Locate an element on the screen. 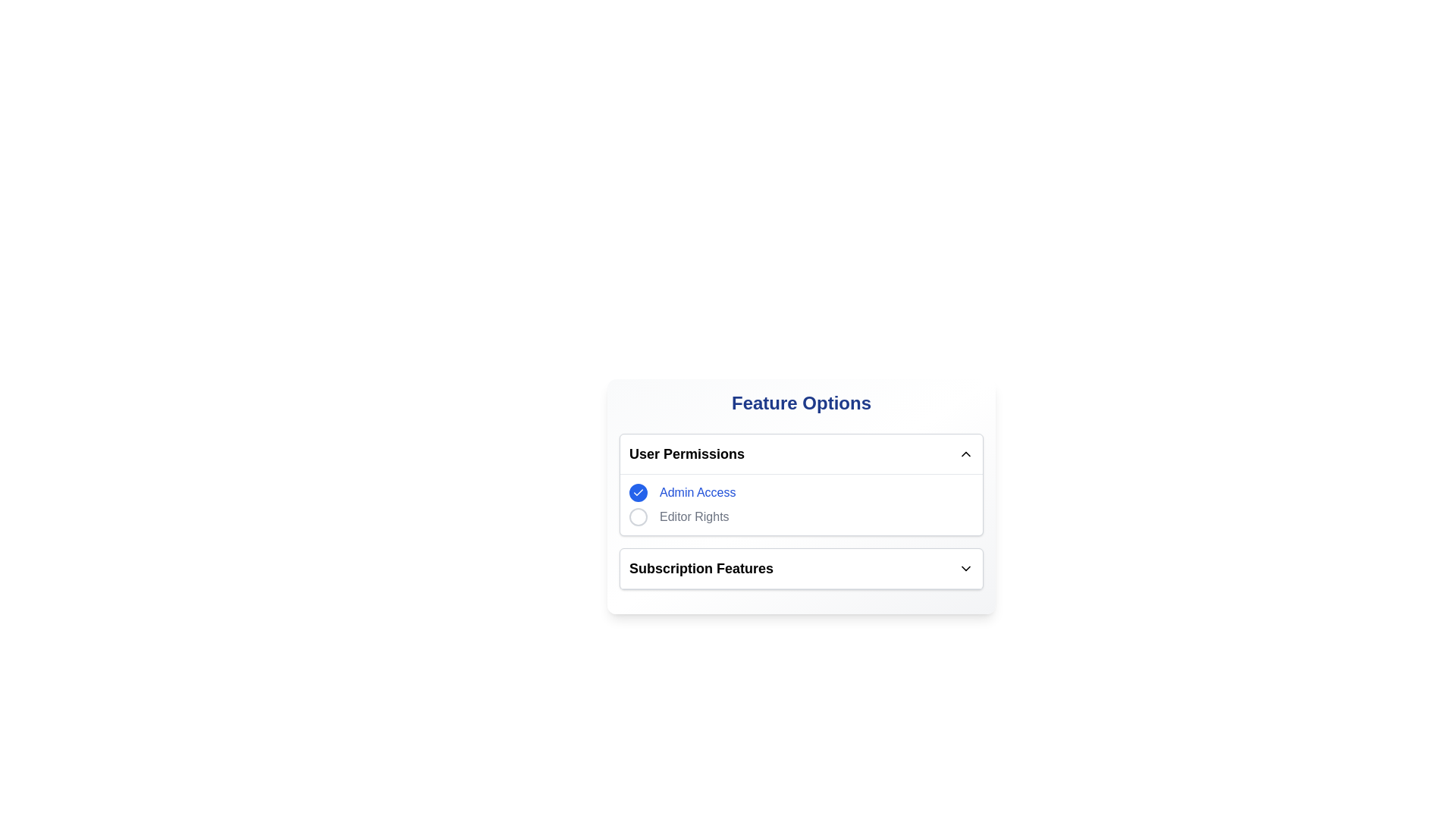 Image resolution: width=1456 pixels, height=819 pixels. the small circular icon with a gray border and light blue interior located to the left of the text 'Editor Rights' under the heading 'User Permissions' is located at coordinates (638, 516).